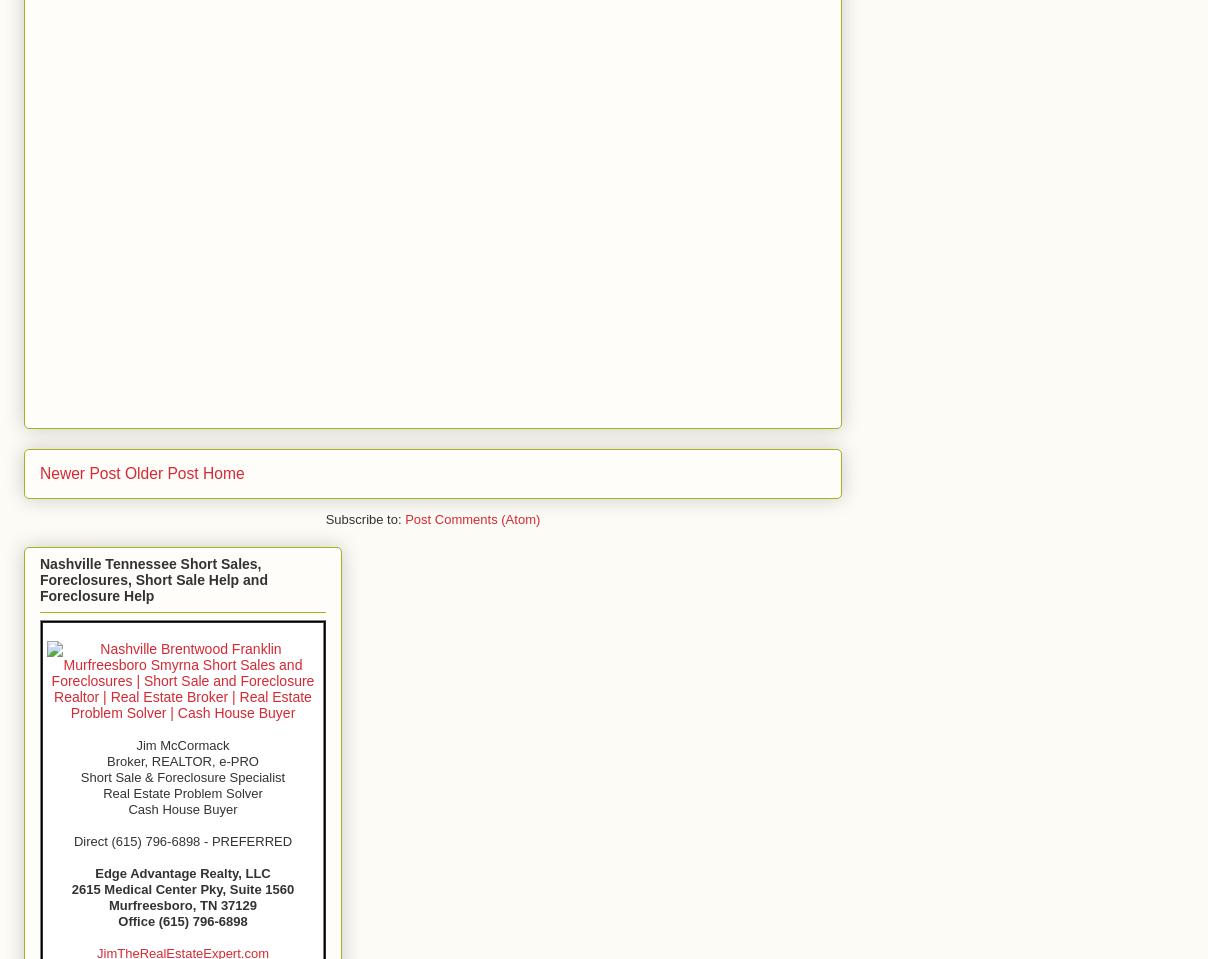 This screenshot has height=959, width=1208. Describe the element at coordinates (182, 744) in the screenshot. I see `'Jim McCormack'` at that location.